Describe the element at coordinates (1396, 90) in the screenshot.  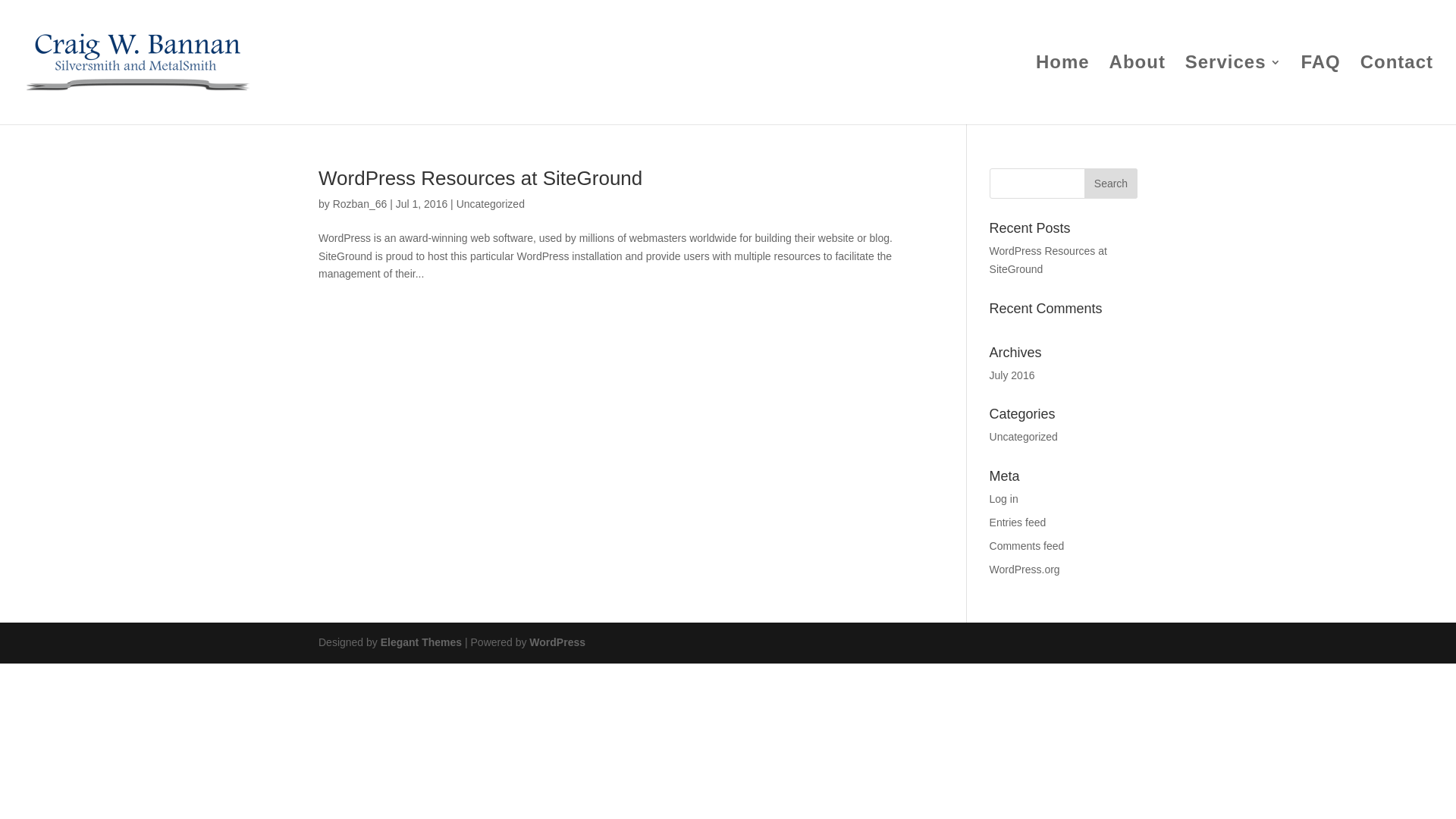
I see `'Contact'` at that location.